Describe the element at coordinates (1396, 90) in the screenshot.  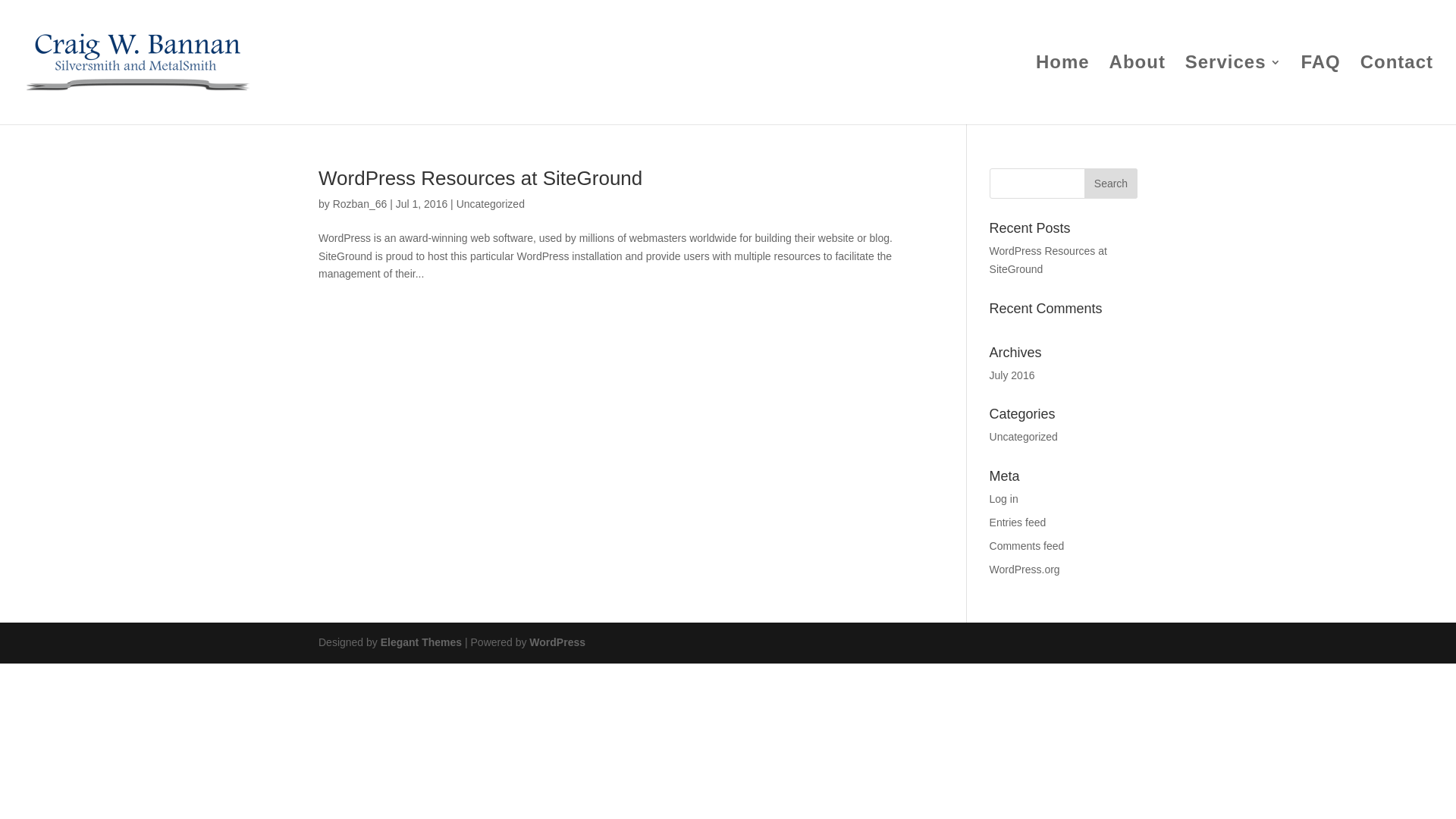
I see `'Contact'` at that location.